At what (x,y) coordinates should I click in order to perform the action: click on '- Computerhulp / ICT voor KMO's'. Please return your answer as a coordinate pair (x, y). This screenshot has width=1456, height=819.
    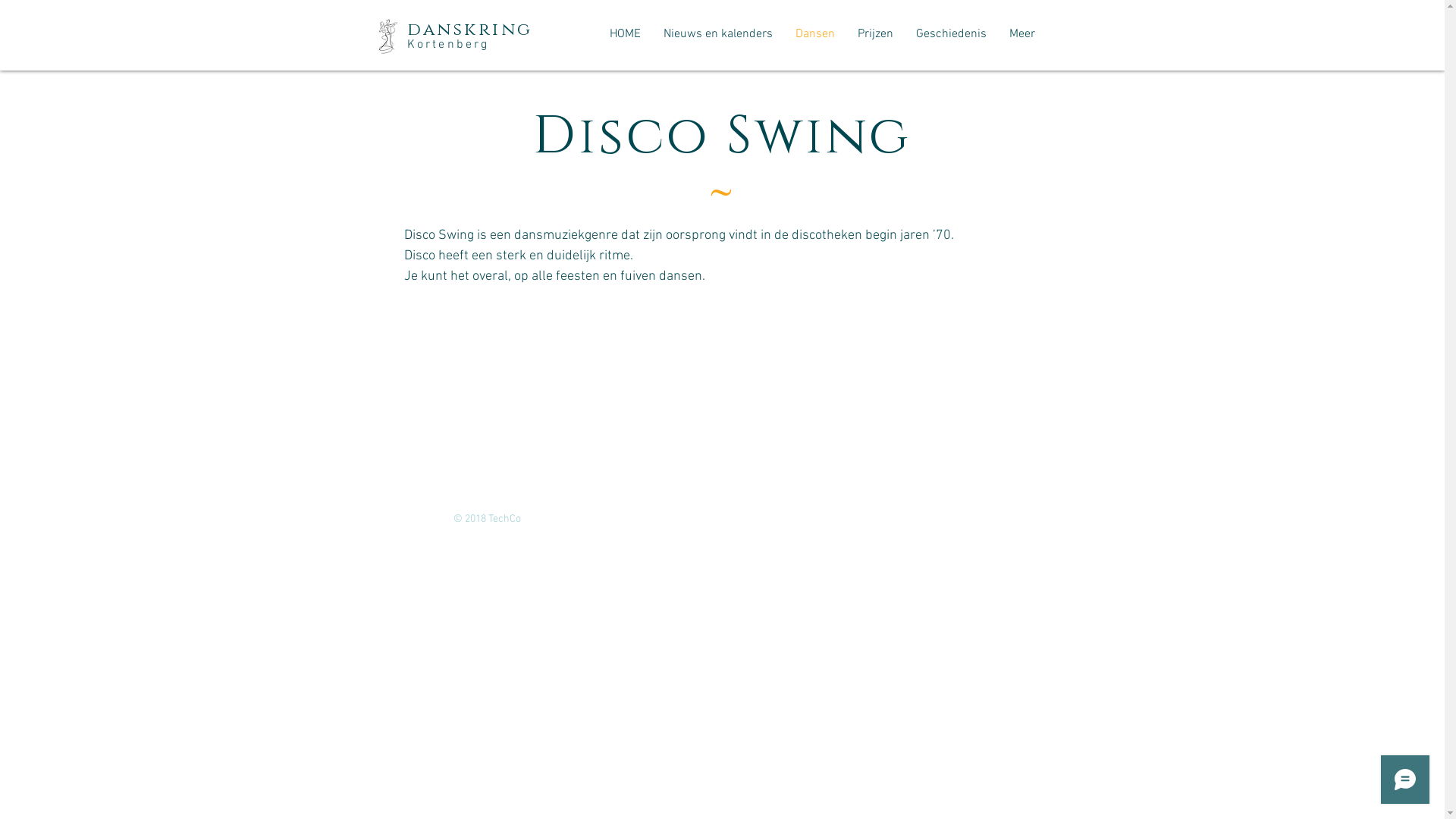
    Looking at the image, I should click on (595, 518).